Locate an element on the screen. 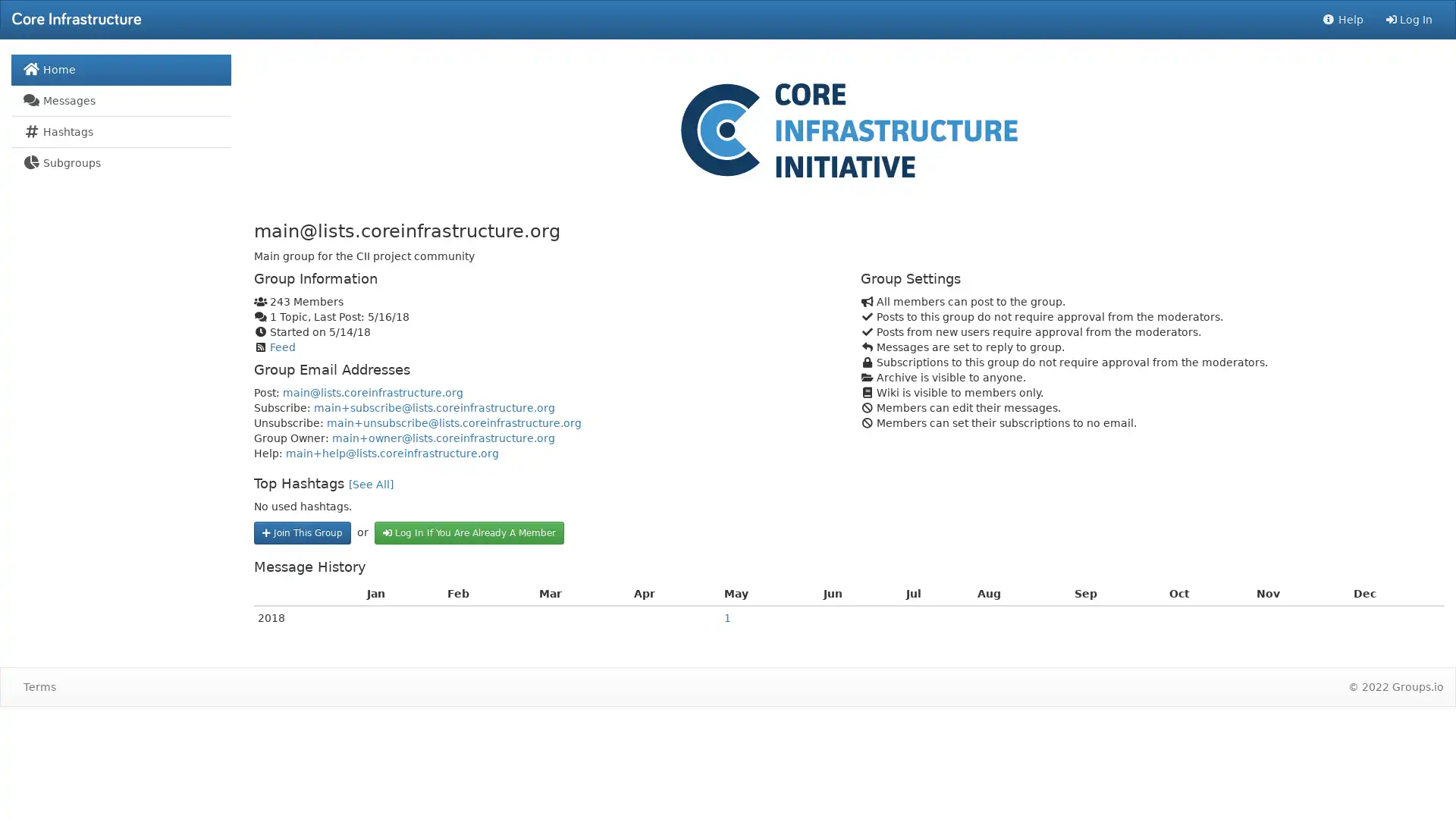 The height and width of the screenshot is (819, 1456). Join This Group is located at coordinates (302, 532).